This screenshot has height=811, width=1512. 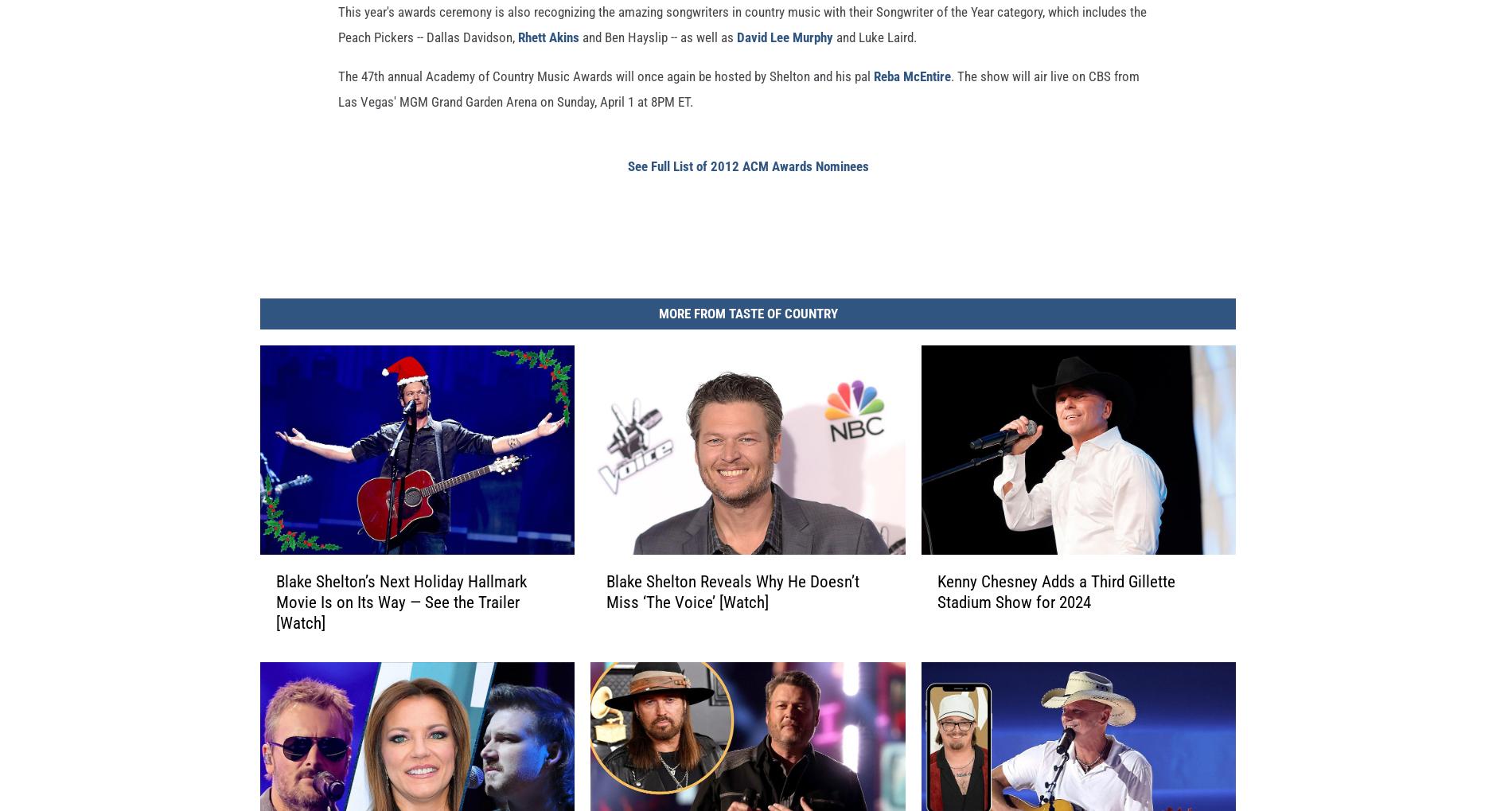 What do you see at coordinates (337, 49) in the screenshot?
I see `'This year's awards ceremony is also recognizing the amazing songwriters in country music with their Songwriter of the Year category, which includes the Peach Pickers -- Dallas Davidson,'` at bounding box center [337, 49].